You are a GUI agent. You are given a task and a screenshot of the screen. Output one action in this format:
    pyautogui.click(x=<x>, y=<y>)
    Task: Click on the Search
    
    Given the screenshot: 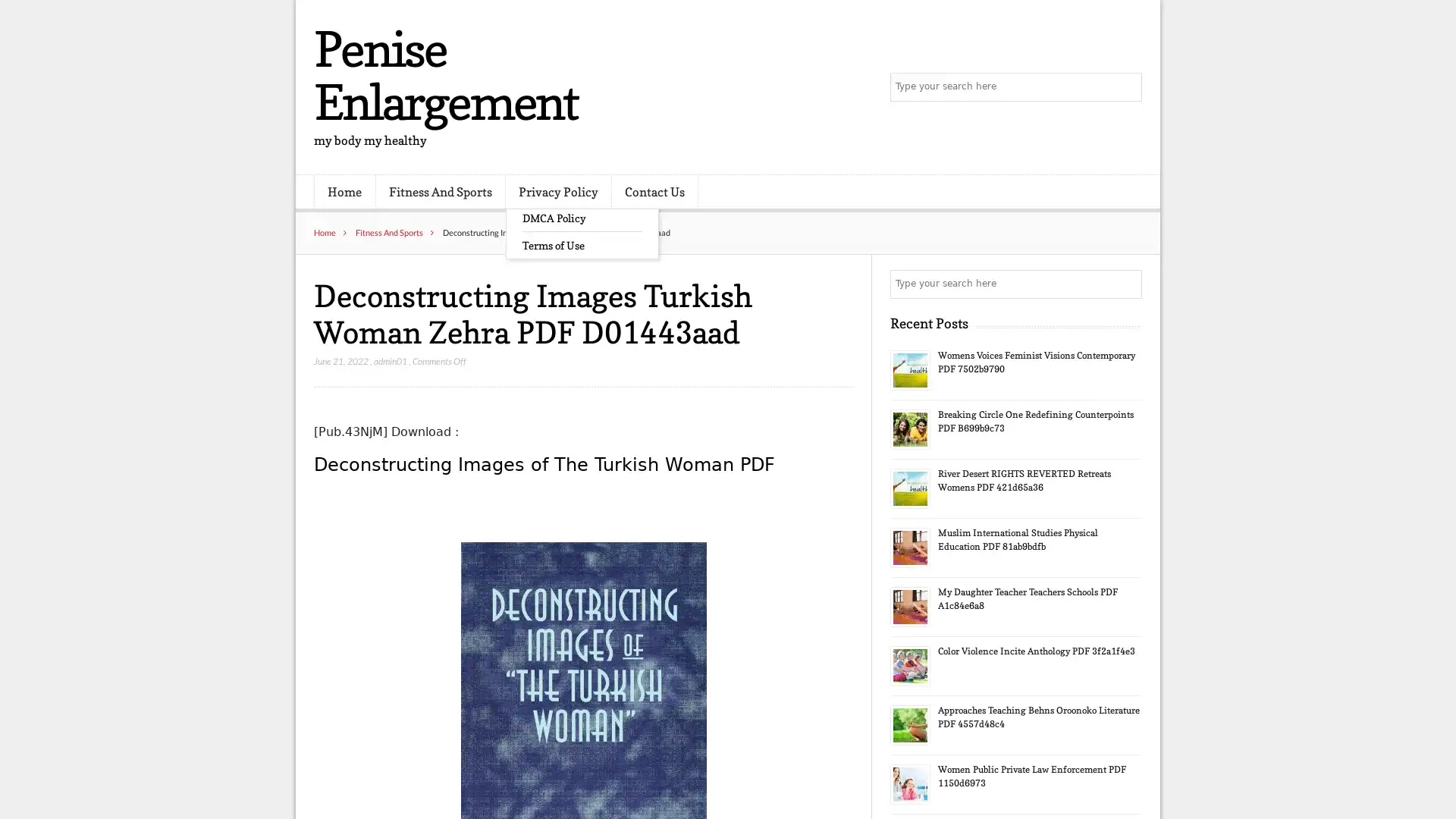 What is the action you would take?
    pyautogui.click(x=1126, y=284)
    